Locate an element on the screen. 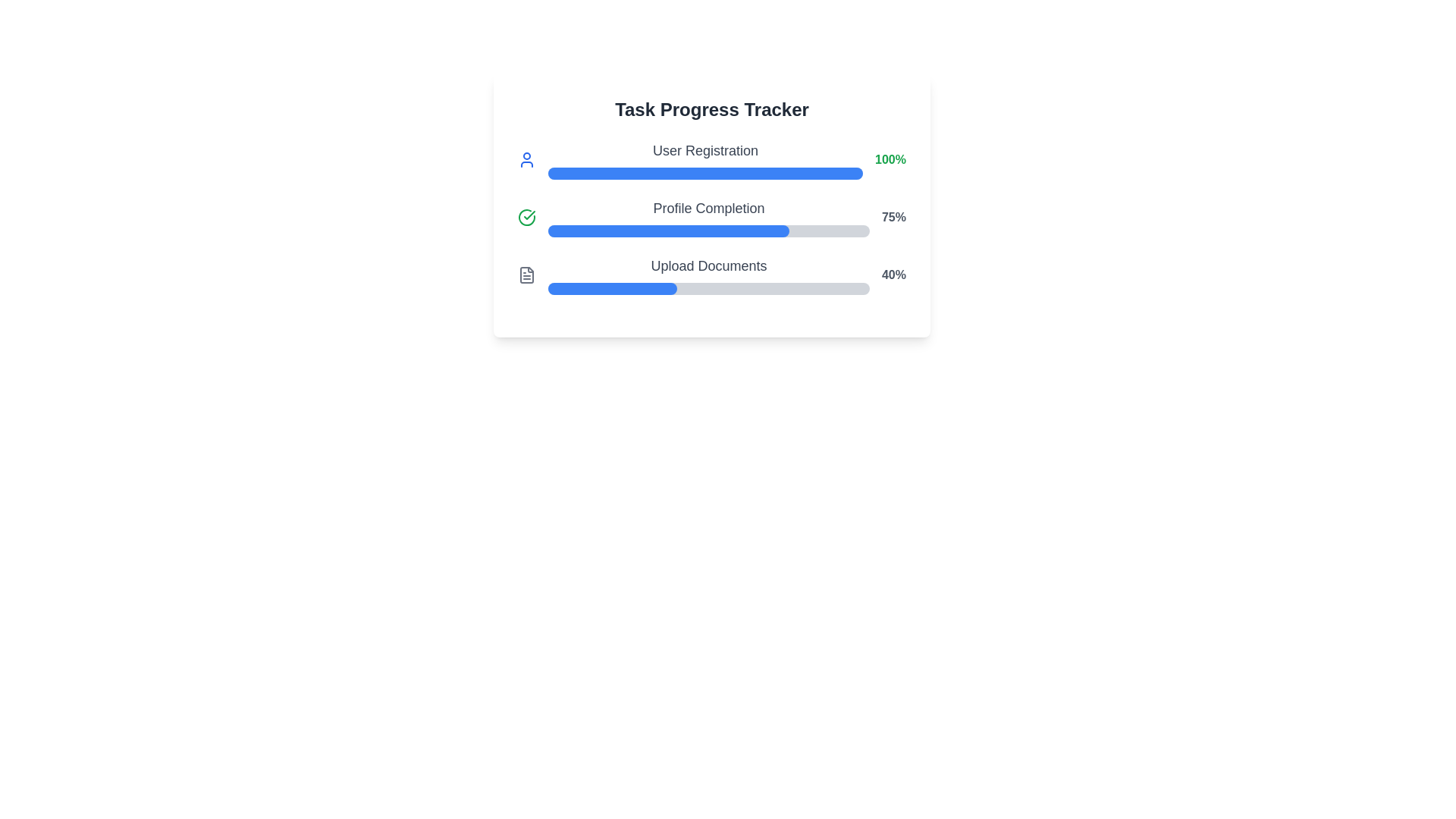 The height and width of the screenshot is (819, 1456). textual content of the Progress Tracker indicating the status of the 'Profile Completion' task, which is the second progress indicator in a vertical list of task progress items is located at coordinates (708, 217).